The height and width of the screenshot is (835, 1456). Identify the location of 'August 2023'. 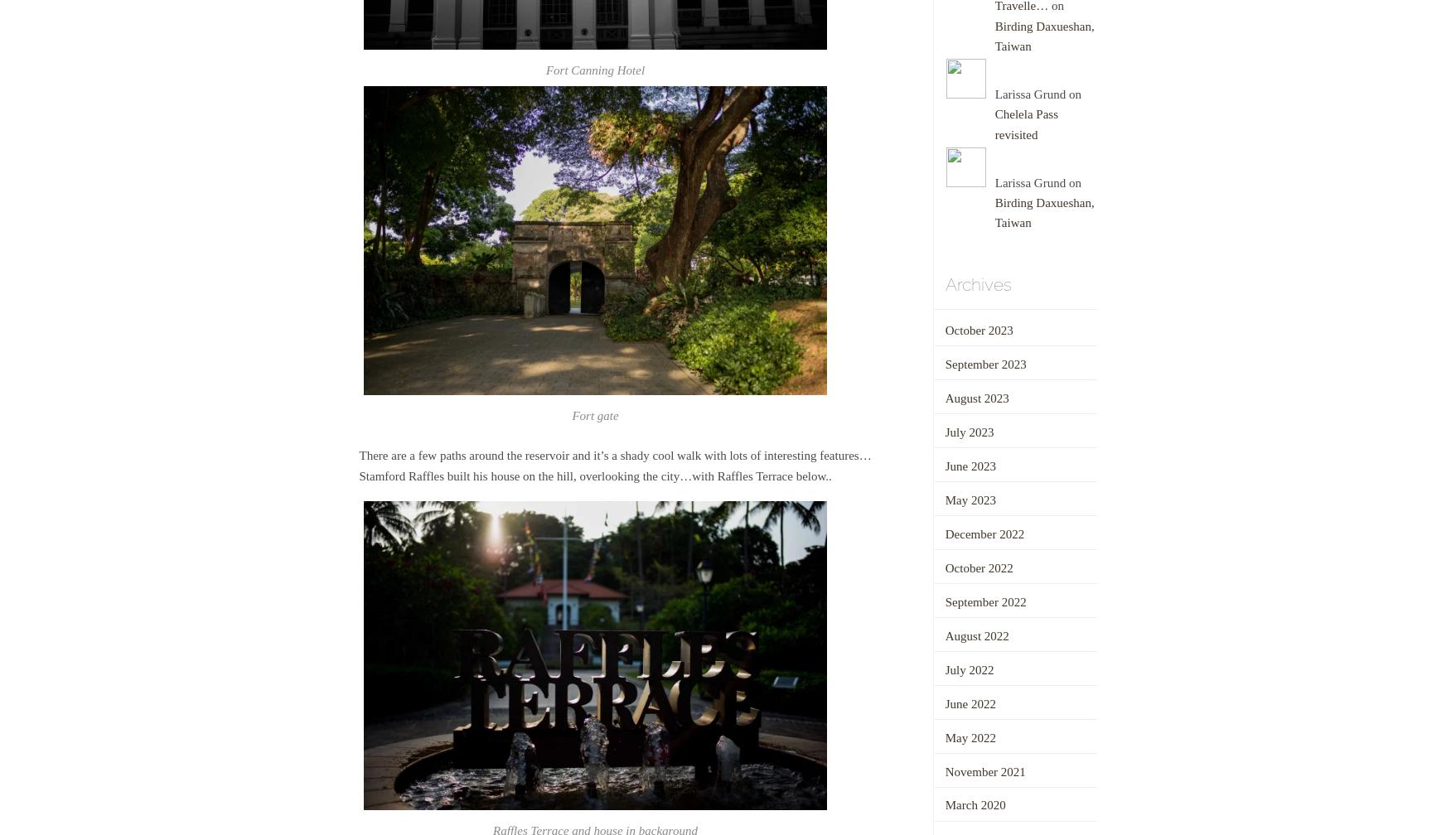
(975, 398).